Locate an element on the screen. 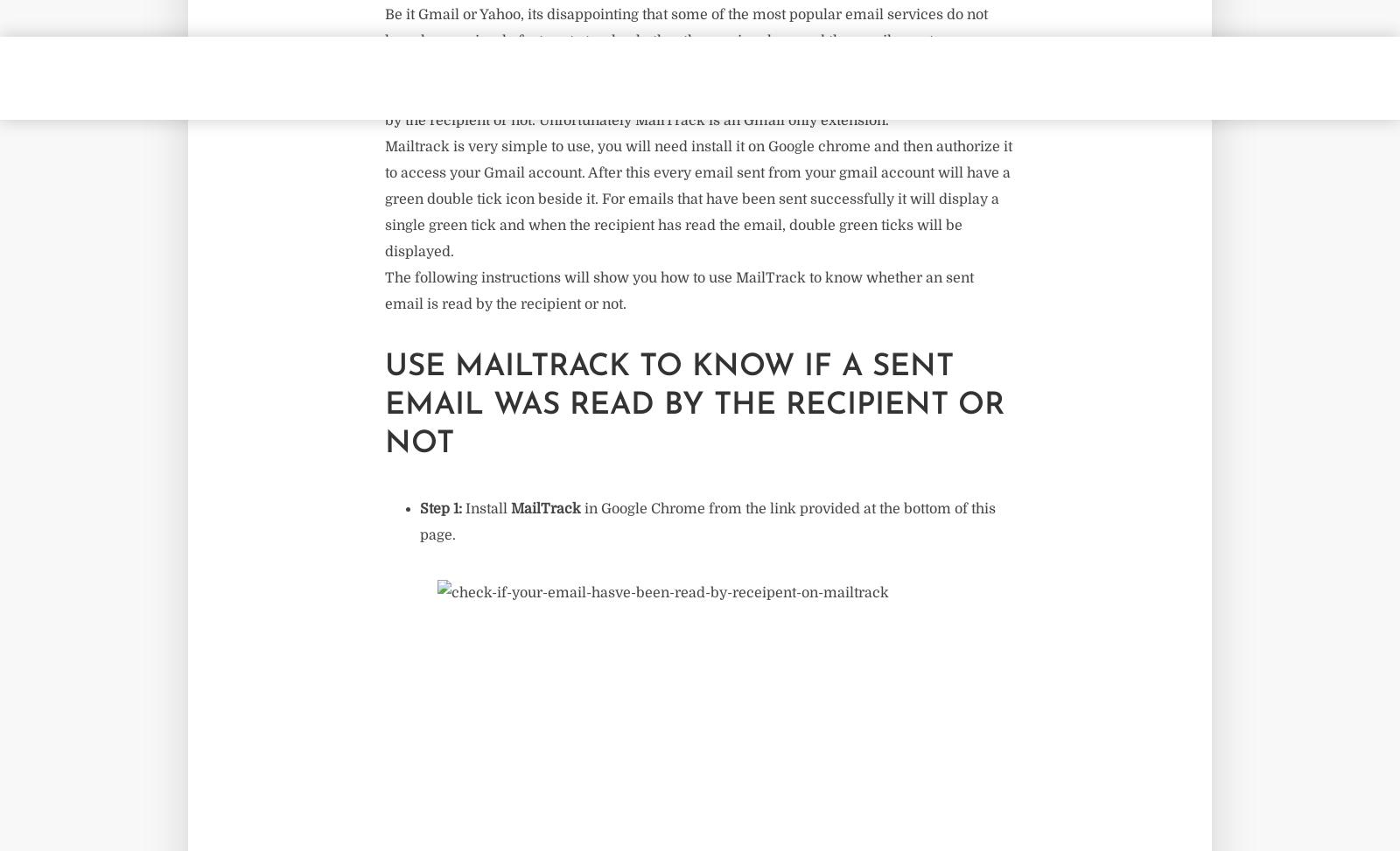 This screenshot has width=1400, height=851. 'July 1, 2014' is located at coordinates (269, 87).